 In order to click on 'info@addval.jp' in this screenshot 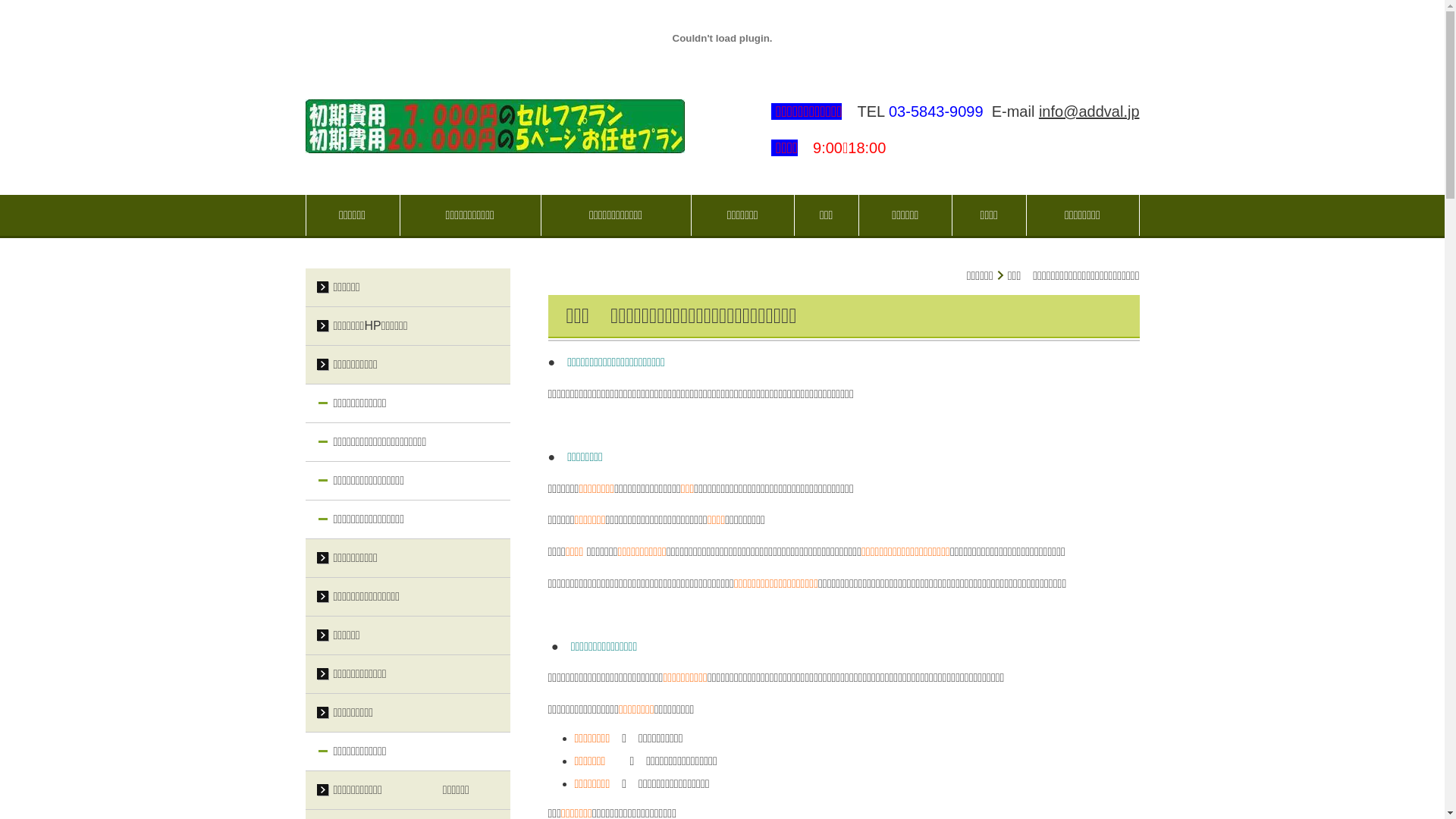, I will do `click(1037, 110)`.